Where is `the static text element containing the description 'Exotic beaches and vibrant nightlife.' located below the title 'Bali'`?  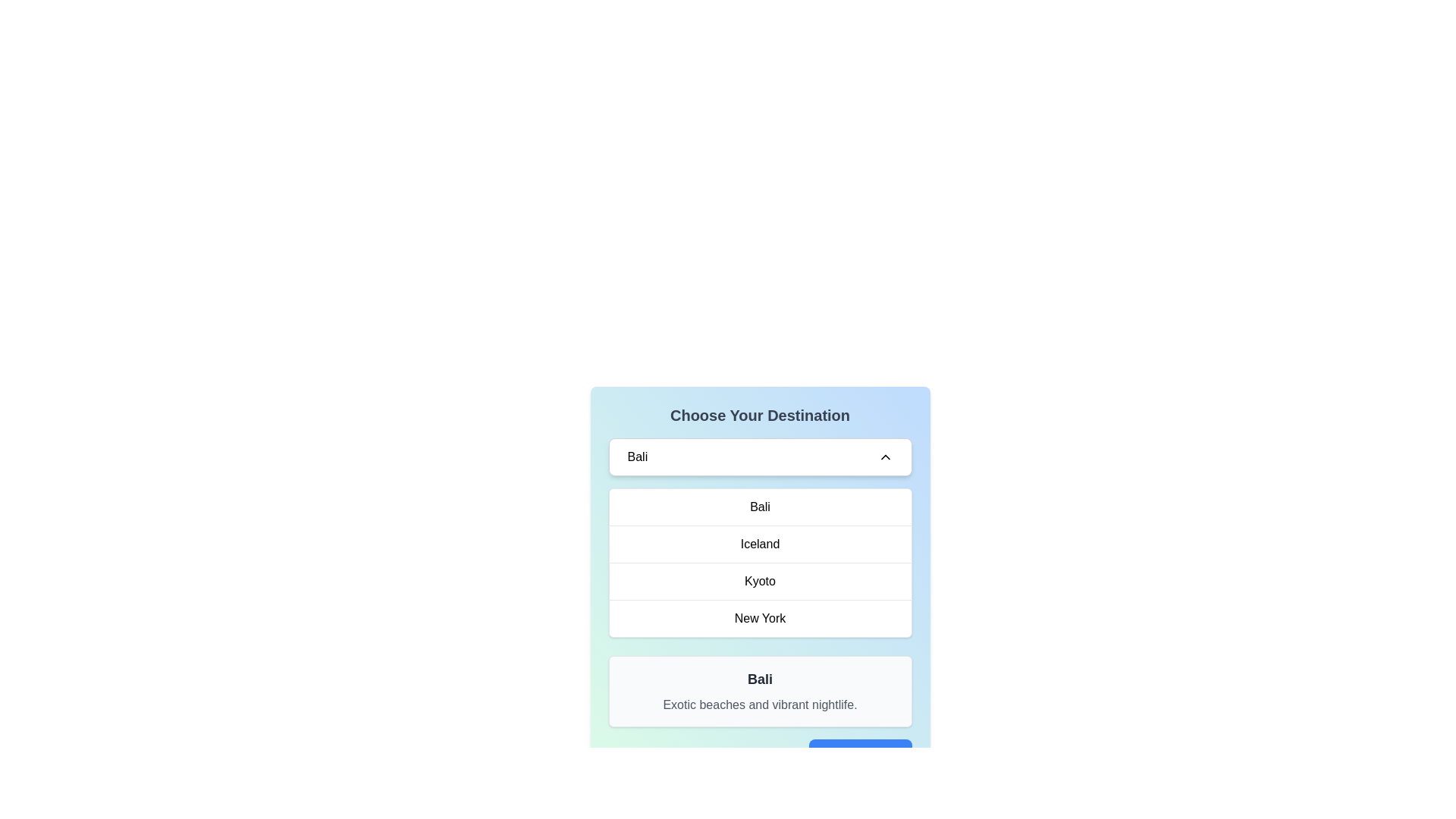
the static text element containing the description 'Exotic beaches and vibrant nightlife.' located below the title 'Bali' is located at coordinates (760, 704).